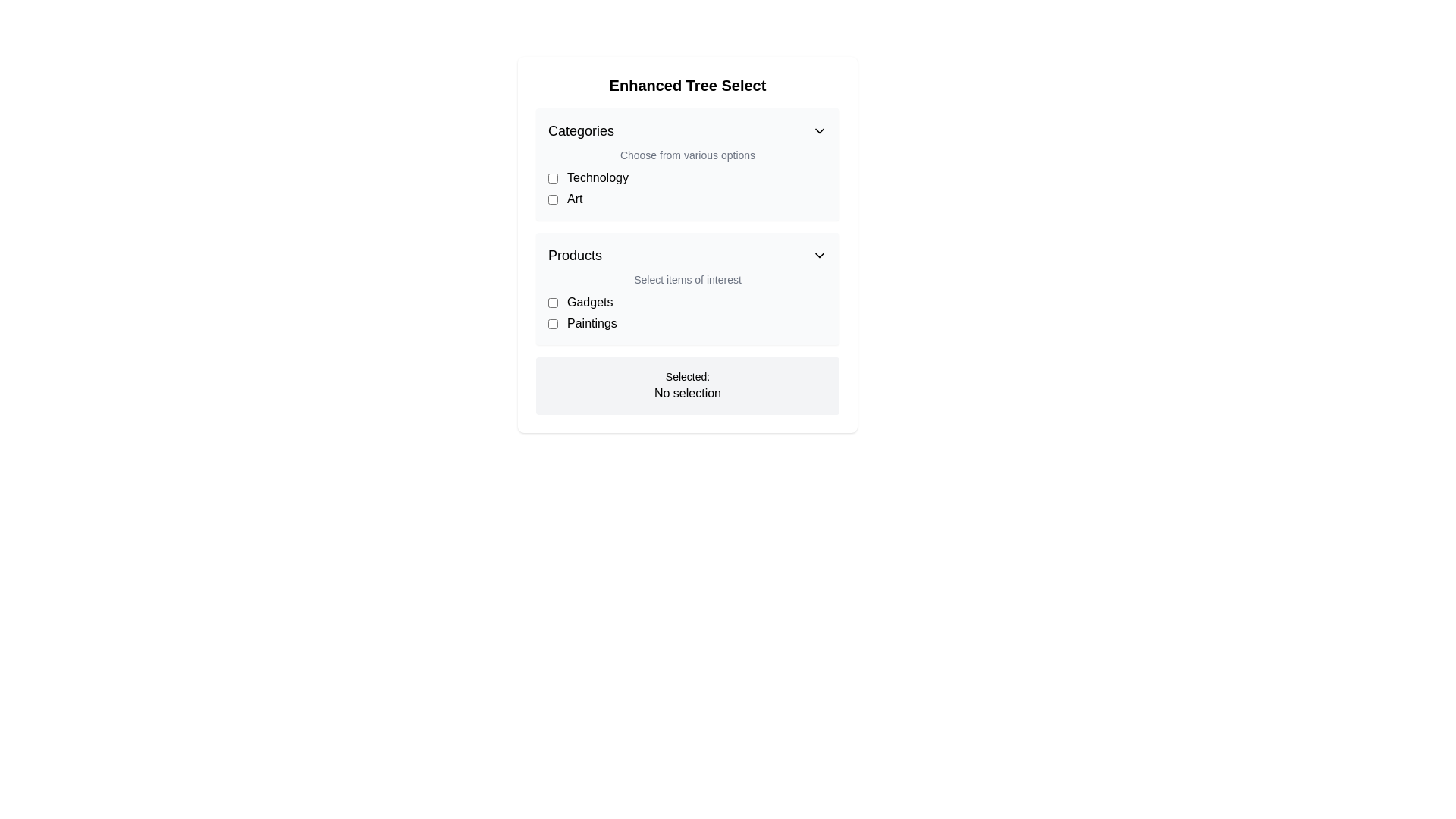  What do you see at coordinates (552, 198) in the screenshot?
I see `the small square checkbox located to the left of the text 'Art'` at bounding box center [552, 198].